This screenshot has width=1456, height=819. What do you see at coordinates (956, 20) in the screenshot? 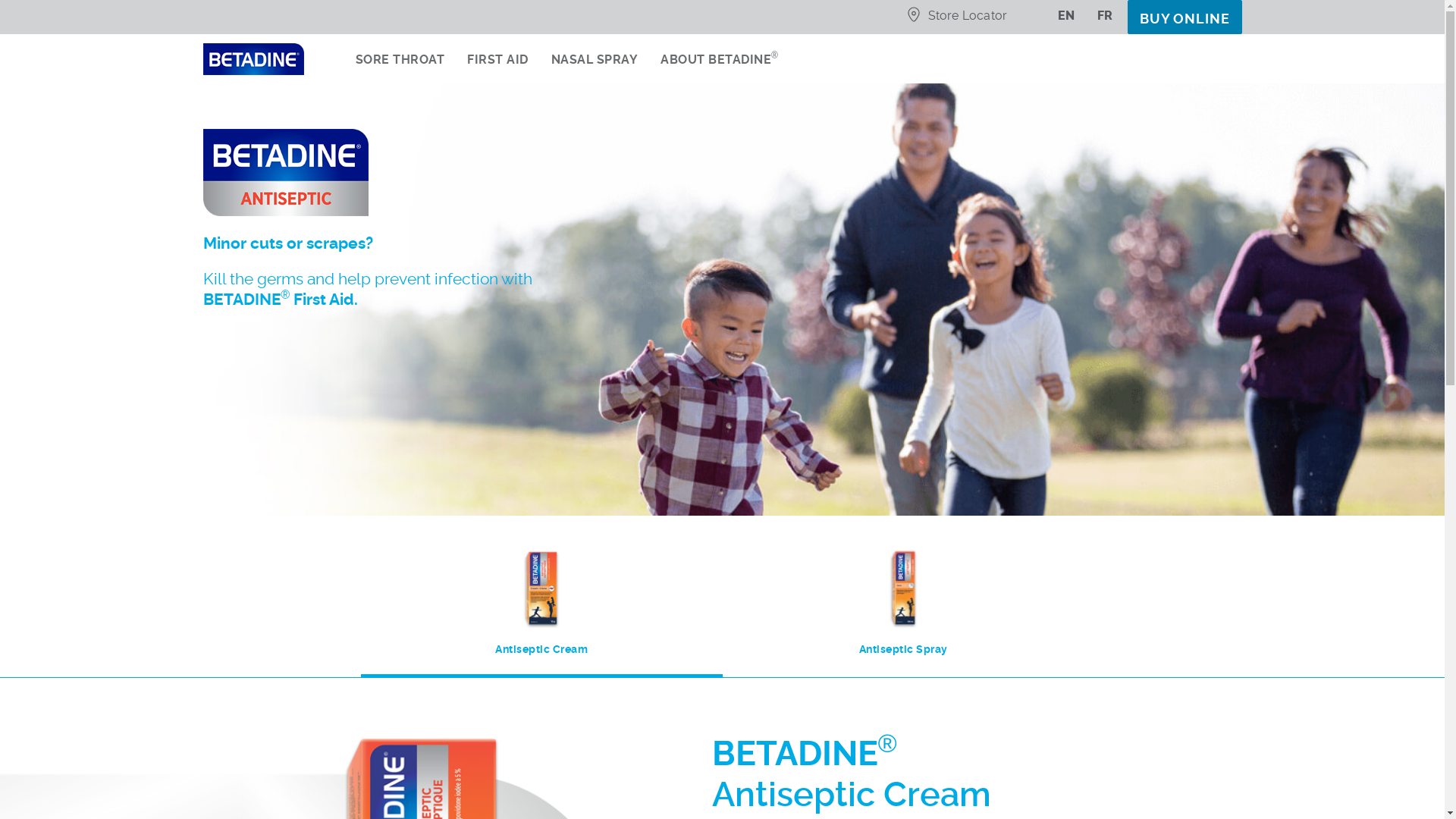
I see `'Store Locator'` at bounding box center [956, 20].